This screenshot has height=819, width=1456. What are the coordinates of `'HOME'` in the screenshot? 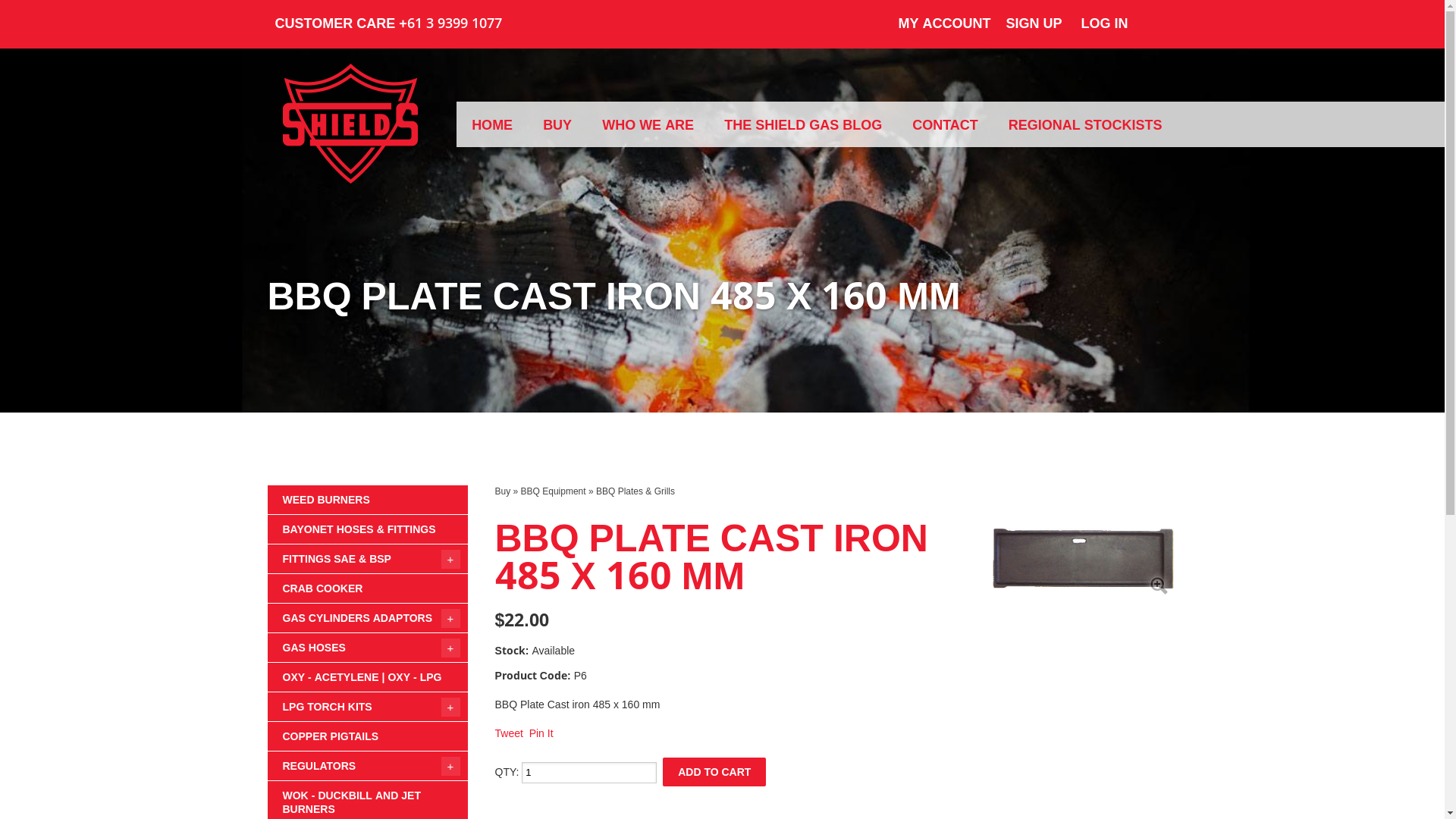 It's located at (491, 124).